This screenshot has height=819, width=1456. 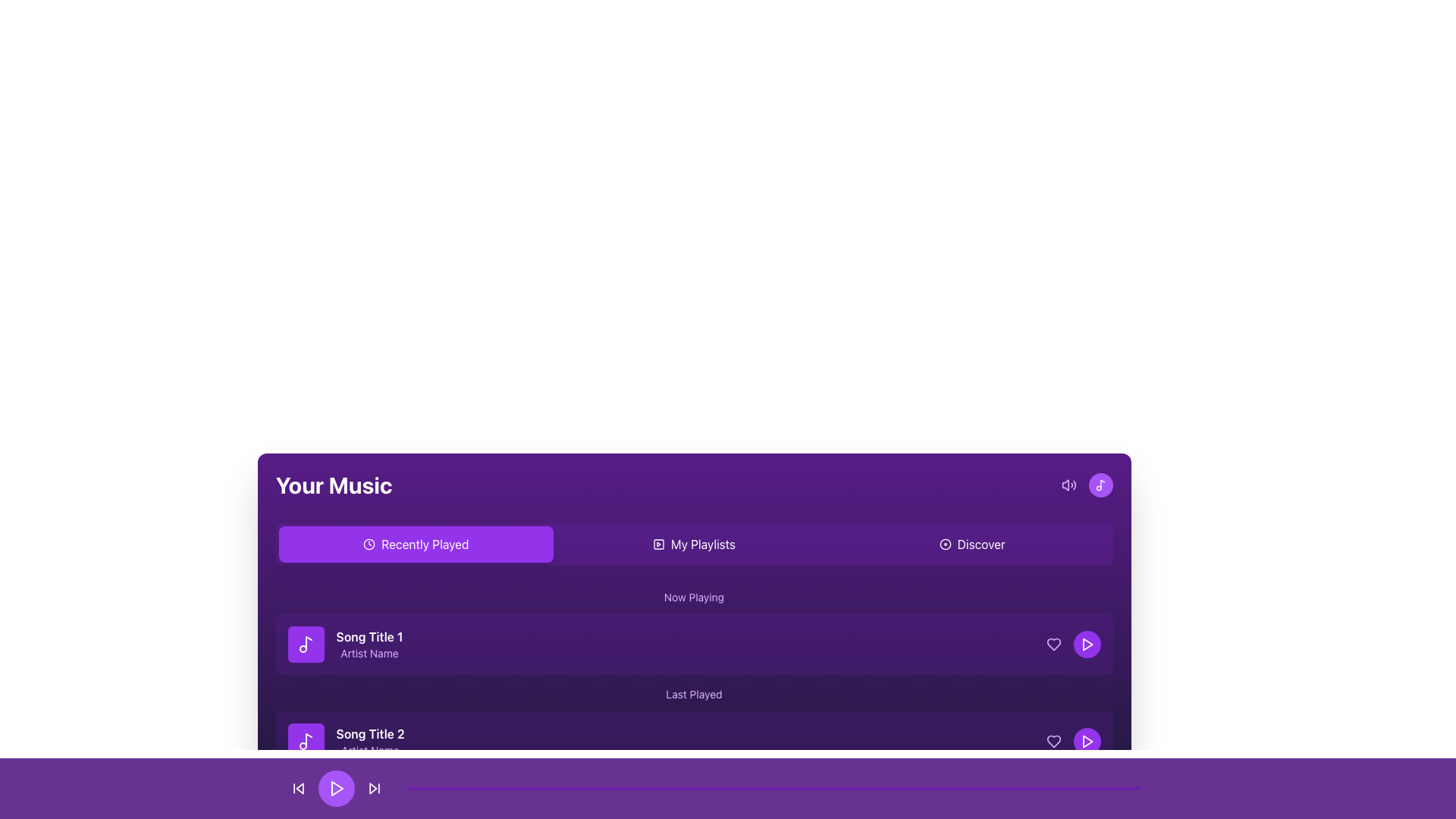 What do you see at coordinates (1053, 741) in the screenshot?
I see `the heart-shaped icon button with a purple outline to mark the song as favorite` at bounding box center [1053, 741].